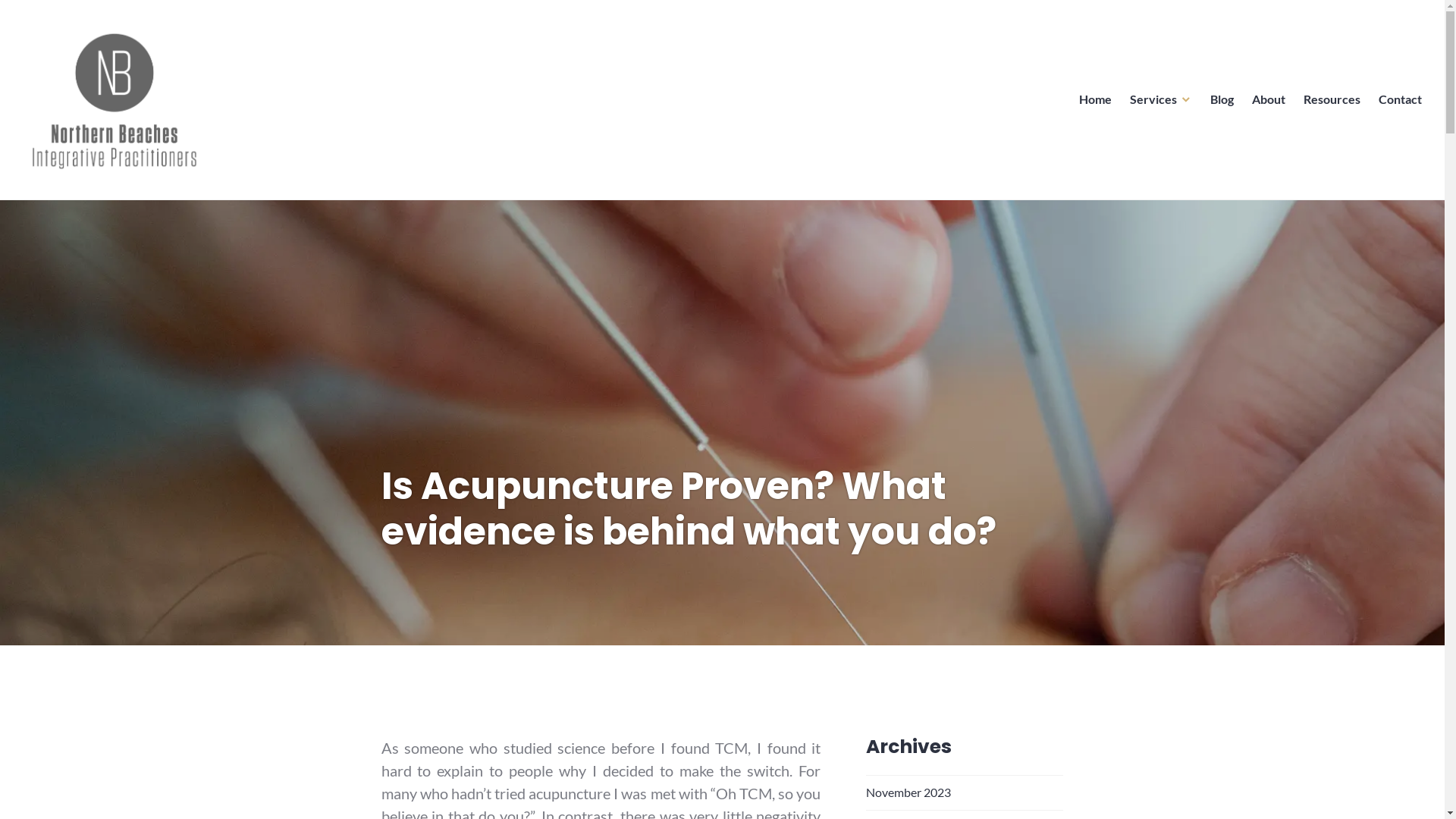 The width and height of the screenshot is (1456, 819). Describe the element at coordinates (1160, 99) in the screenshot. I see `'Services'` at that location.